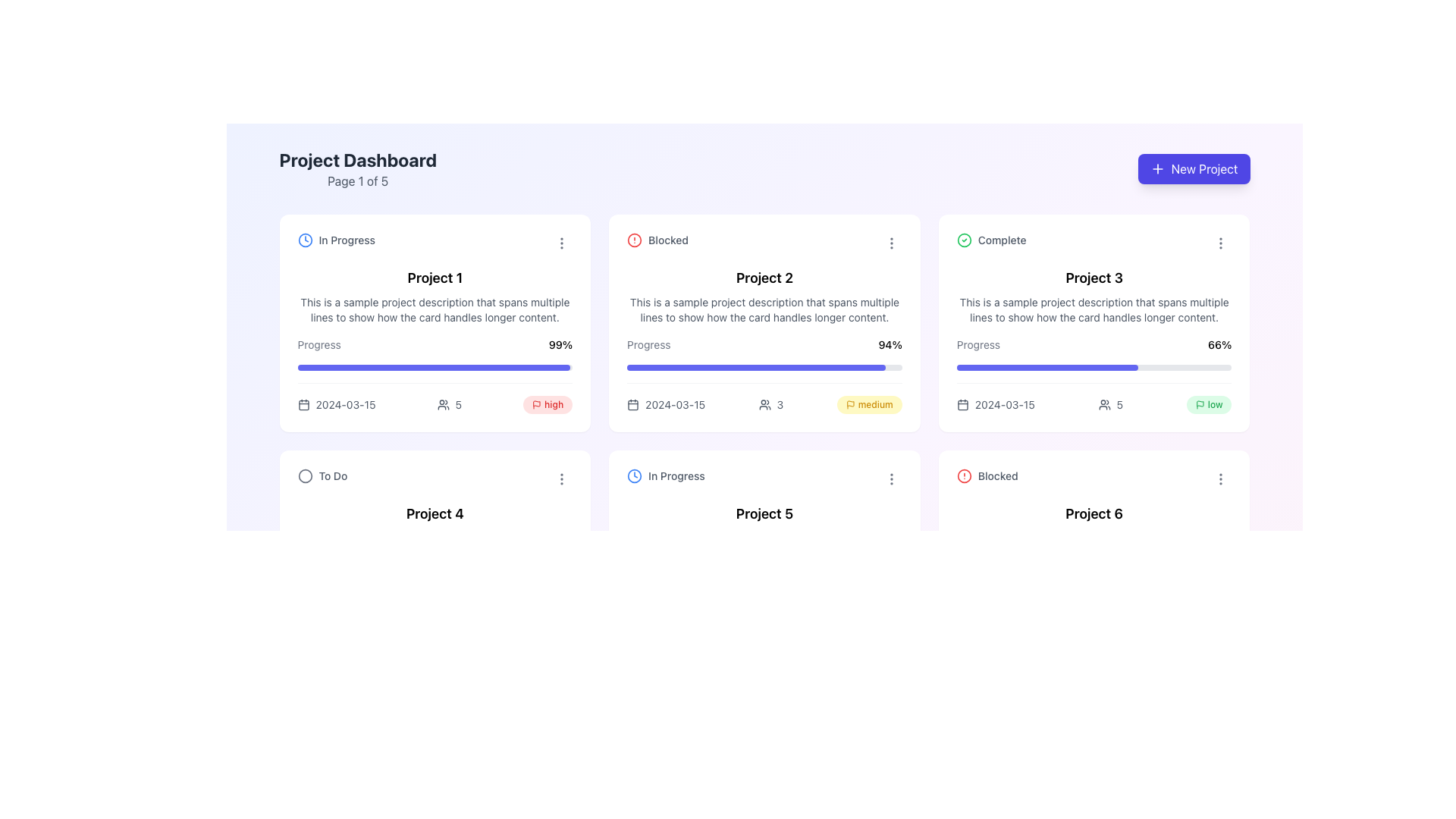 The width and height of the screenshot is (1456, 819). What do you see at coordinates (318, 345) in the screenshot?
I see `the 'Progress' text label, which is a small gray text component with a light font weight located above a progress bar in the project card for 'Project 1'` at bounding box center [318, 345].